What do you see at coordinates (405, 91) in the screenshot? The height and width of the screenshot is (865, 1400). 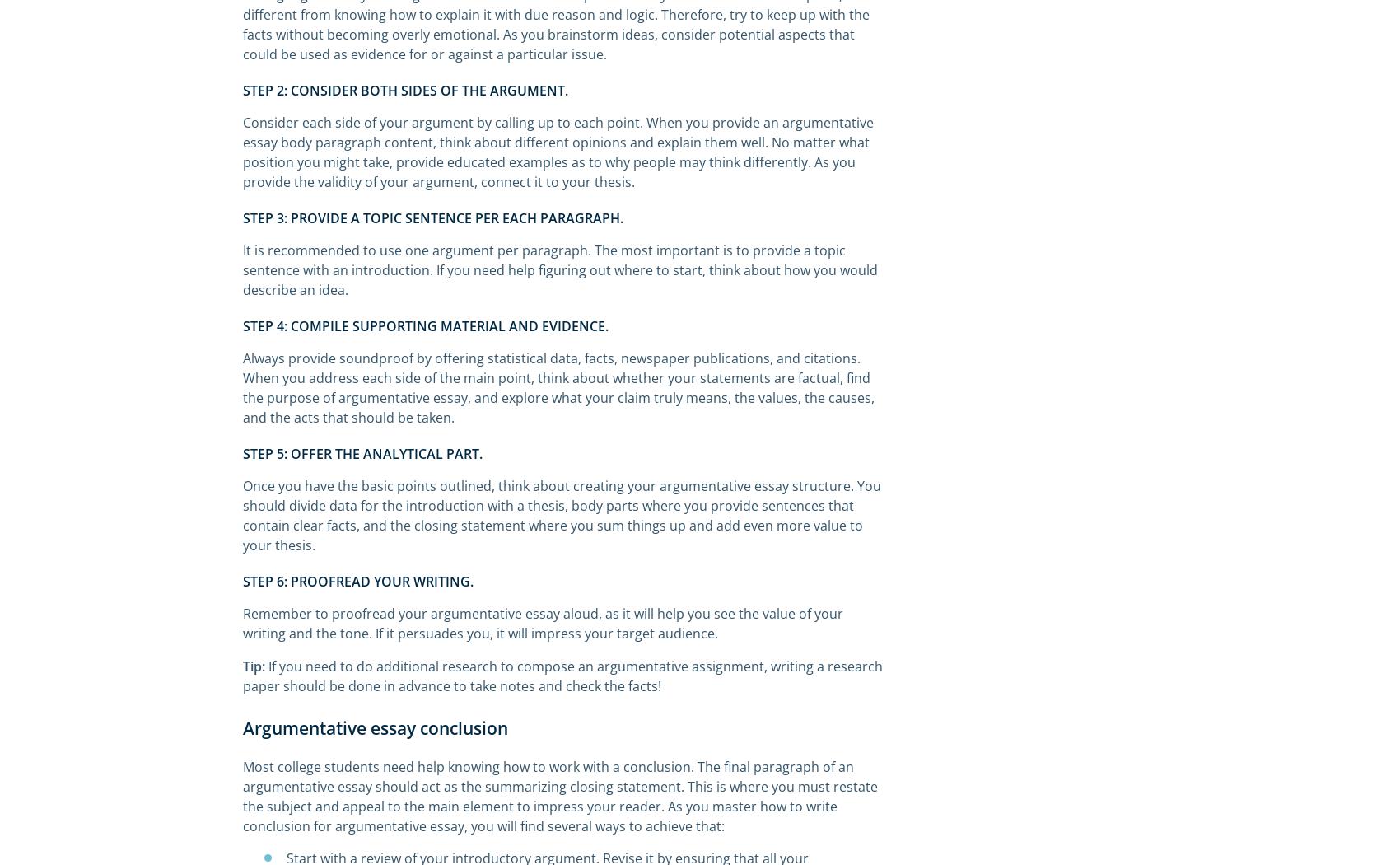 I see `'Step 2: Consider both sides of the argument.'` at bounding box center [405, 91].